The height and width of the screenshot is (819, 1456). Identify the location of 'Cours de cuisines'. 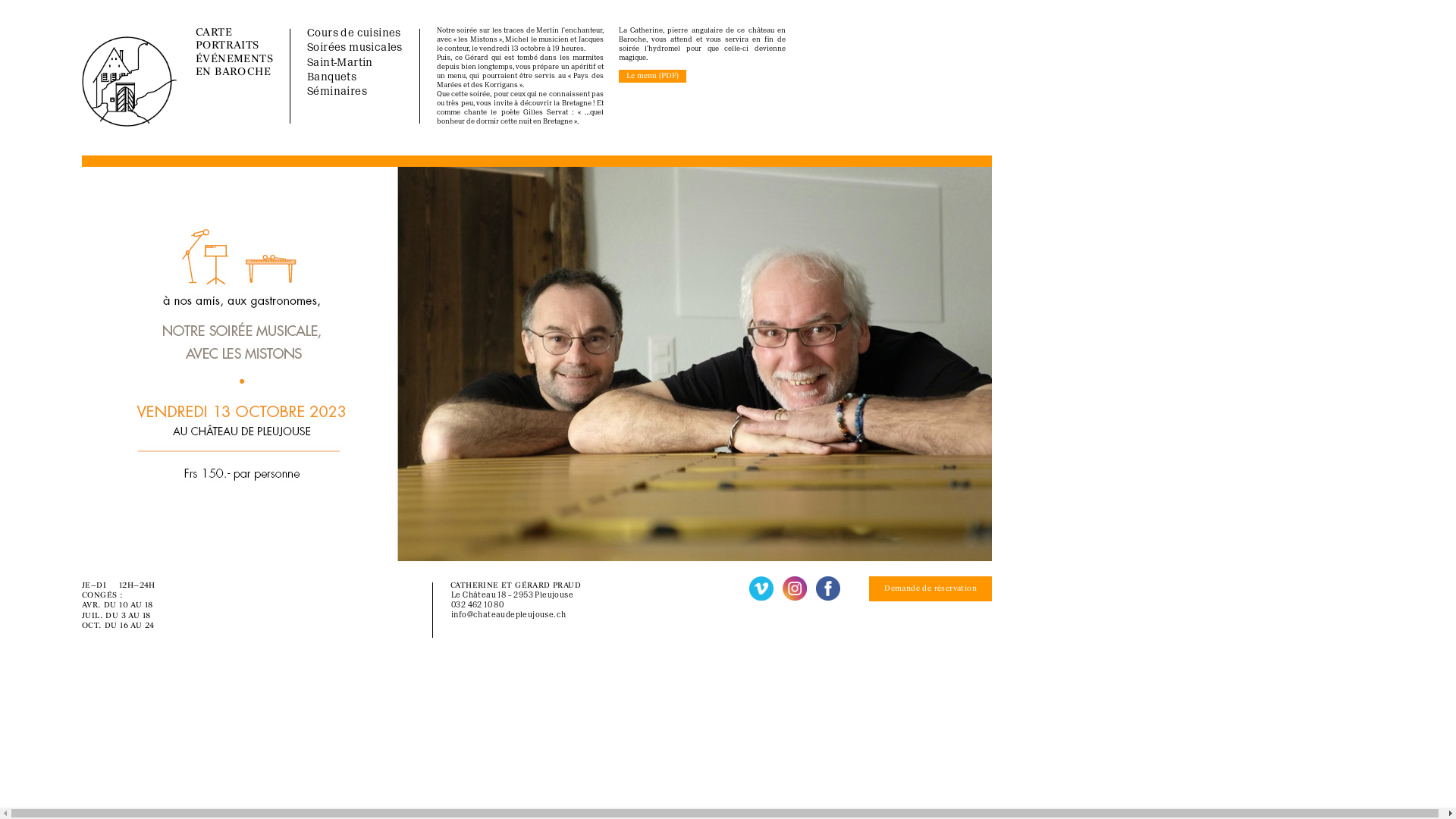
(353, 33).